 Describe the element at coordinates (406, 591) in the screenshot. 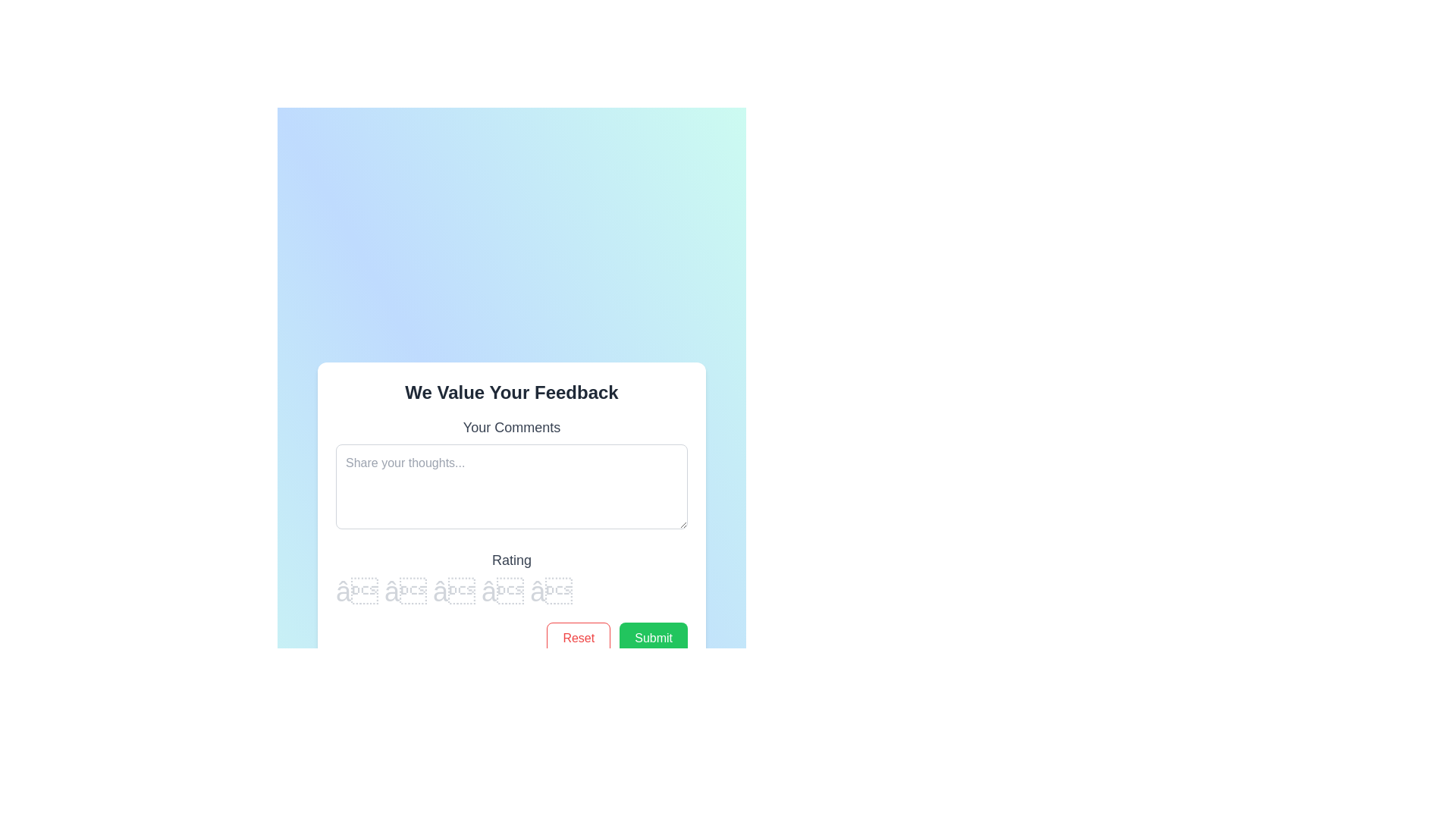

I see `the second star-shaped button, which is gray and changes to yellow when hovered, located below the 'Rating' label` at that location.